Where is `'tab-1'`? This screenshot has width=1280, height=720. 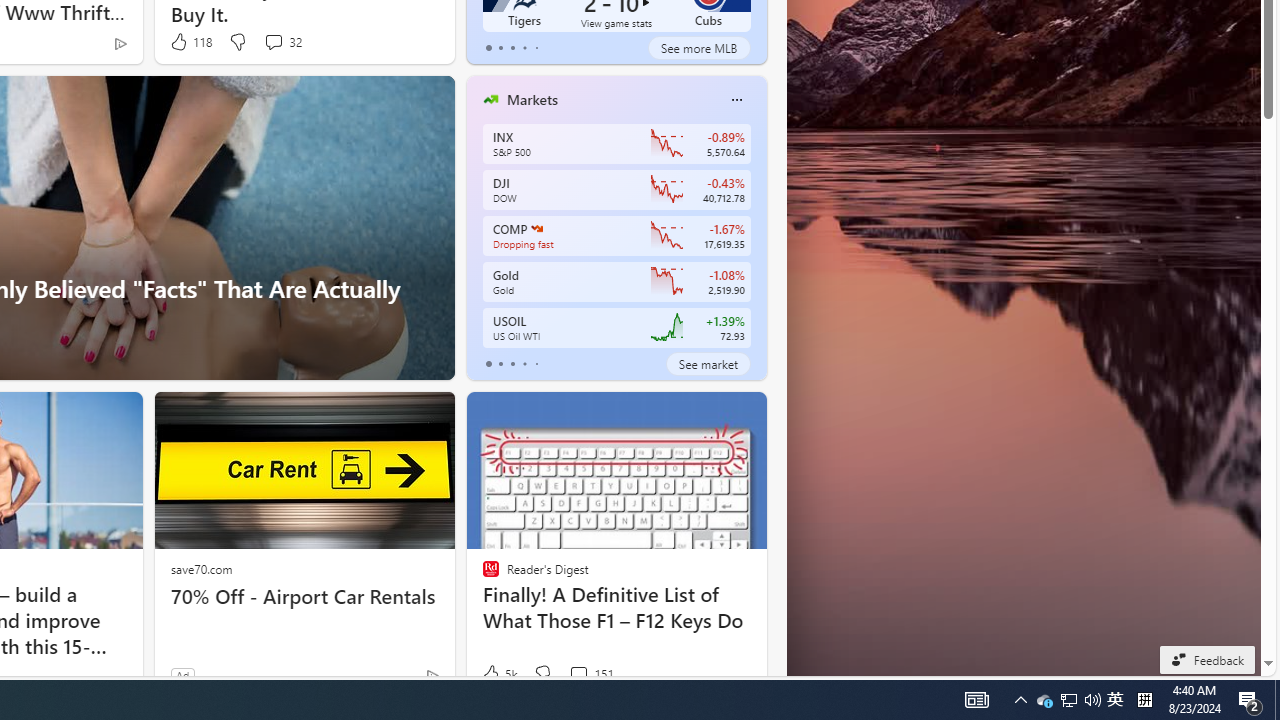 'tab-1' is located at coordinates (500, 363).